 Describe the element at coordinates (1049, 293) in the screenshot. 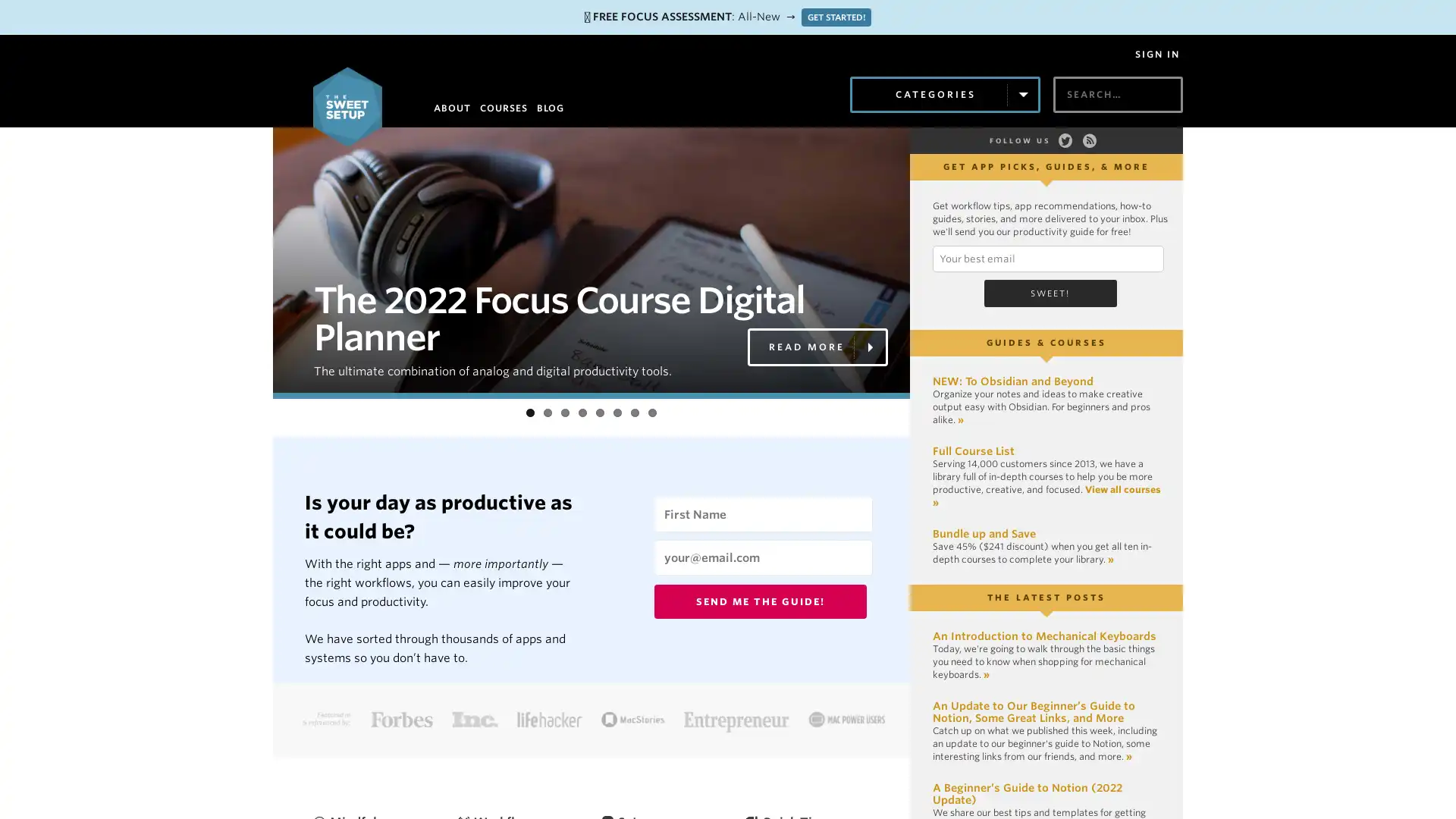

I see `Sweet!` at that location.